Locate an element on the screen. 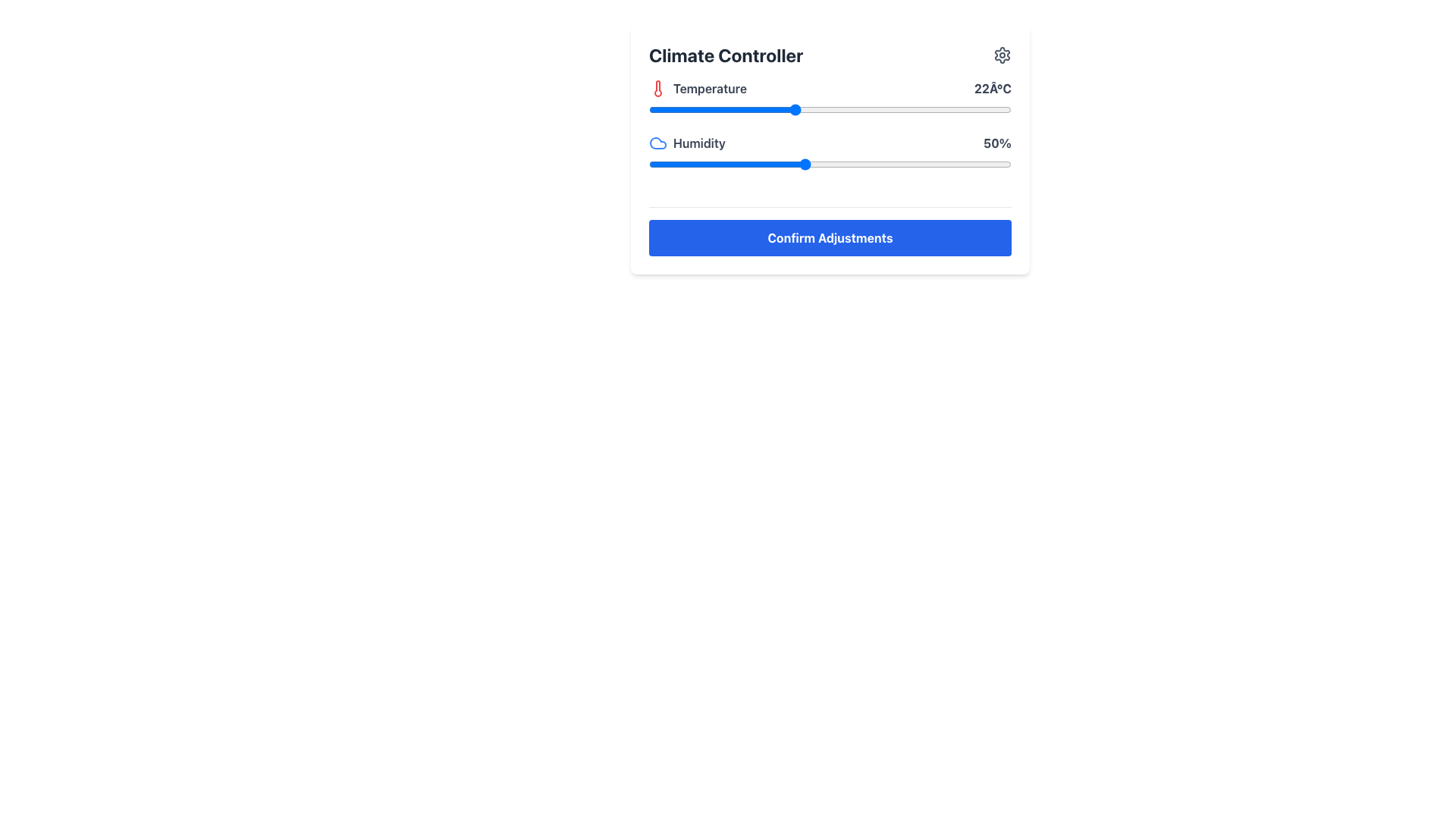 The image size is (1456, 819). the humidity is located at coordinates (679, 164).